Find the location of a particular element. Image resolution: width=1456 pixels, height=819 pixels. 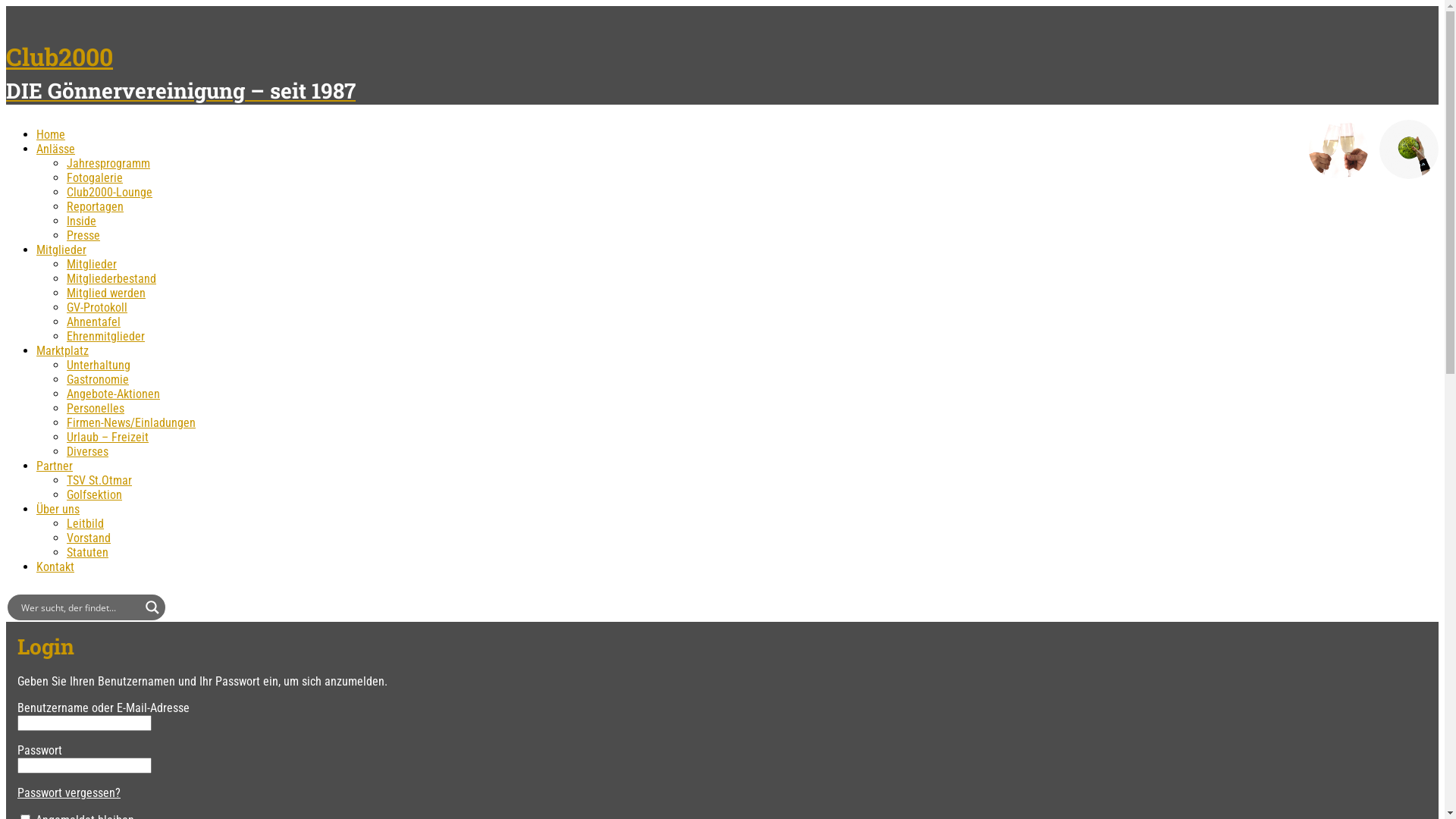

'Ehrenmitglieder' is located at coordinates (105, 335).